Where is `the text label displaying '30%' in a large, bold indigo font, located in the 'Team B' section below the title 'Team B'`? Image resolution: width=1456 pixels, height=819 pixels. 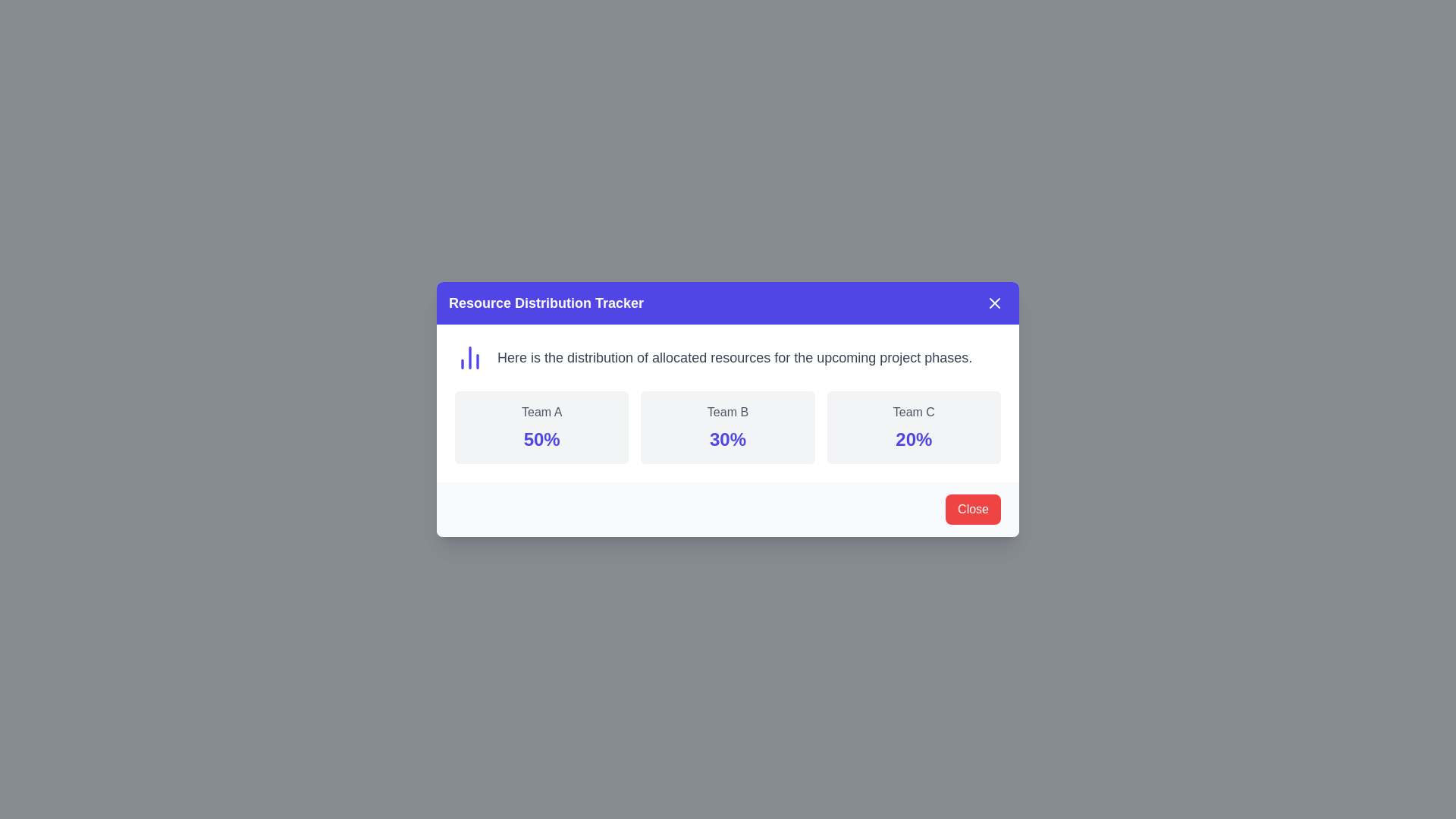
the text label displaying '30%' in a large, bold indigo font, located in the 'Team B' section below the title 'Team B' is located at coordinates (728, 439).